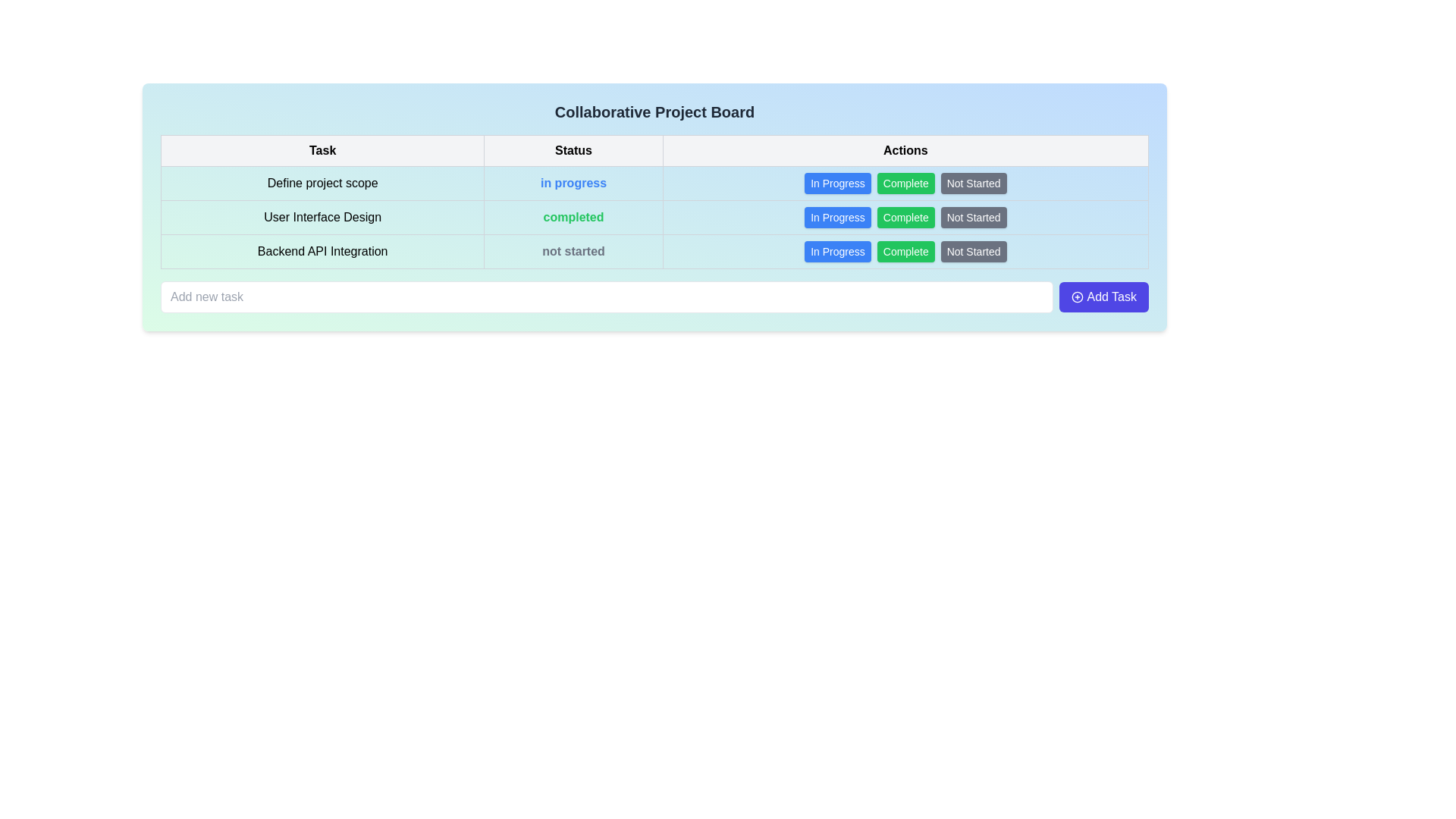 This screenshot has width=1456, height=819. Describe the element at coordinates (836, 250) in the screenshot. I see `the 'In Progress' button in the 'Actions' row of the 'Collaborative Project Board' table` at that location.